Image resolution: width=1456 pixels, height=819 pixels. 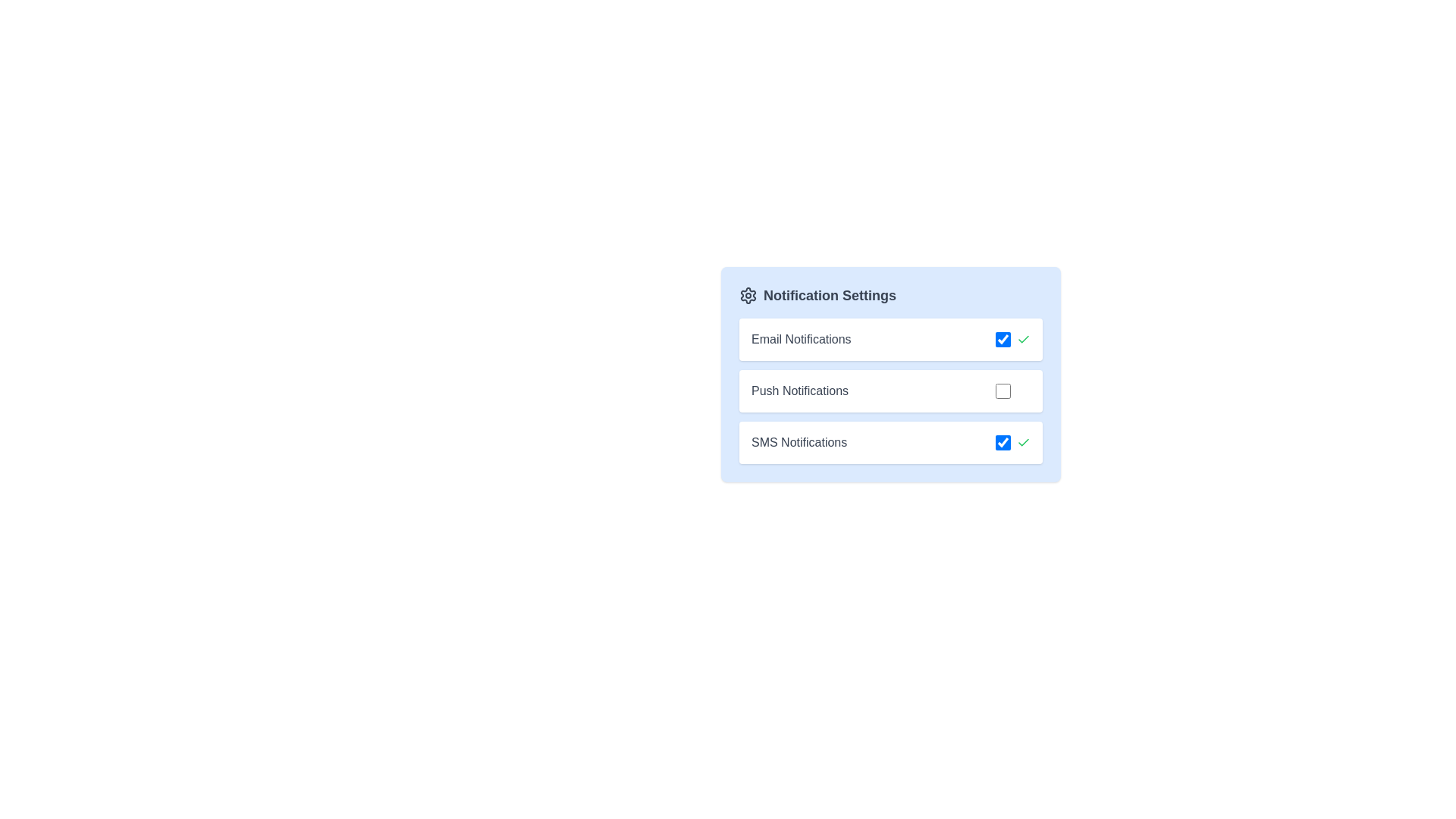 I want to click on the checkbox in the 'Notification Settings' section, so click(x=891, y=374).